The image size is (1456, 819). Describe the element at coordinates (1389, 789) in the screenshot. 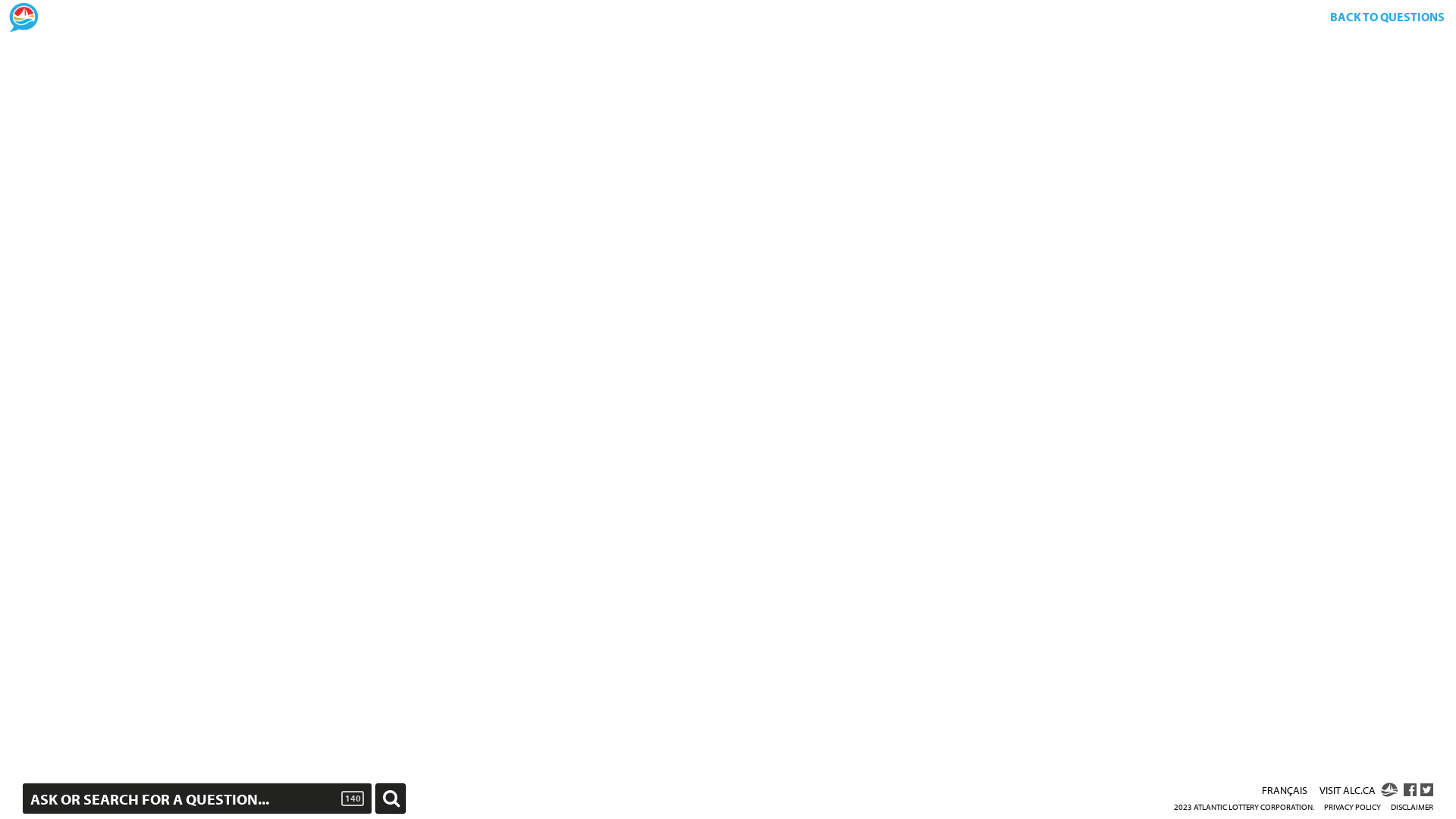

I see `'ALC.CA'` at that location.